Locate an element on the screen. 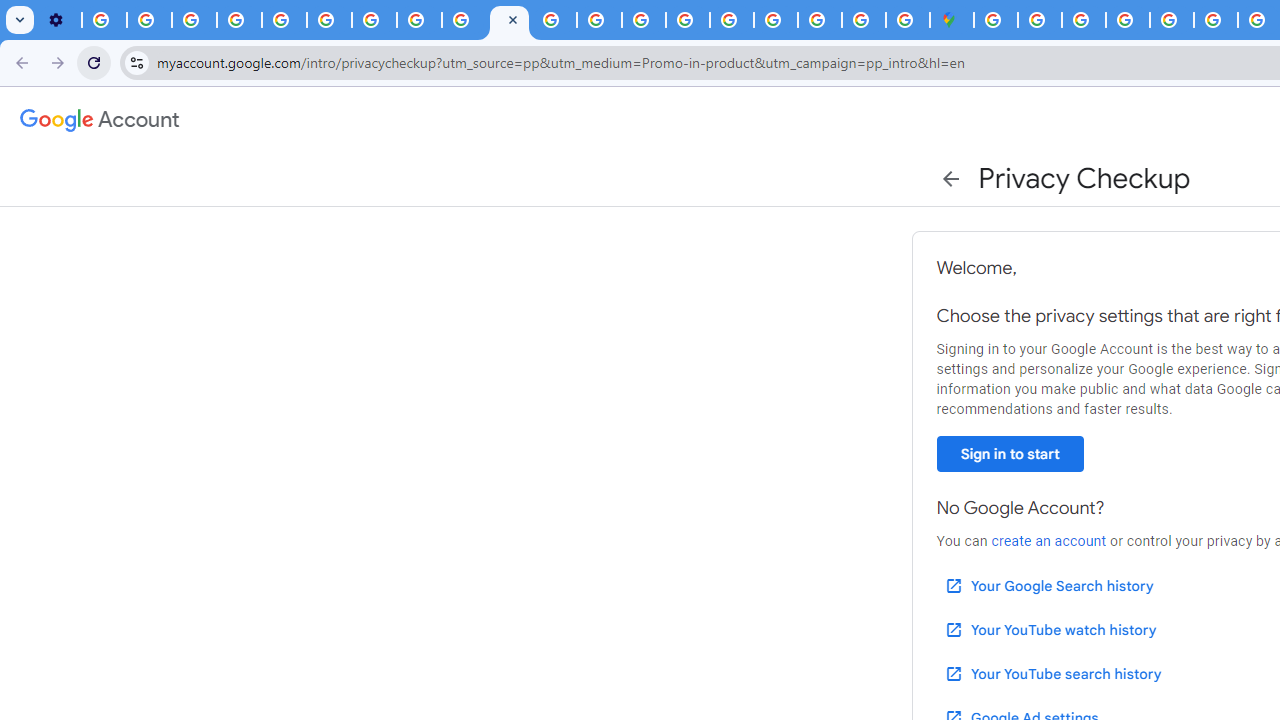  'Your Google Search history' is located at coordinates (1047, 585).